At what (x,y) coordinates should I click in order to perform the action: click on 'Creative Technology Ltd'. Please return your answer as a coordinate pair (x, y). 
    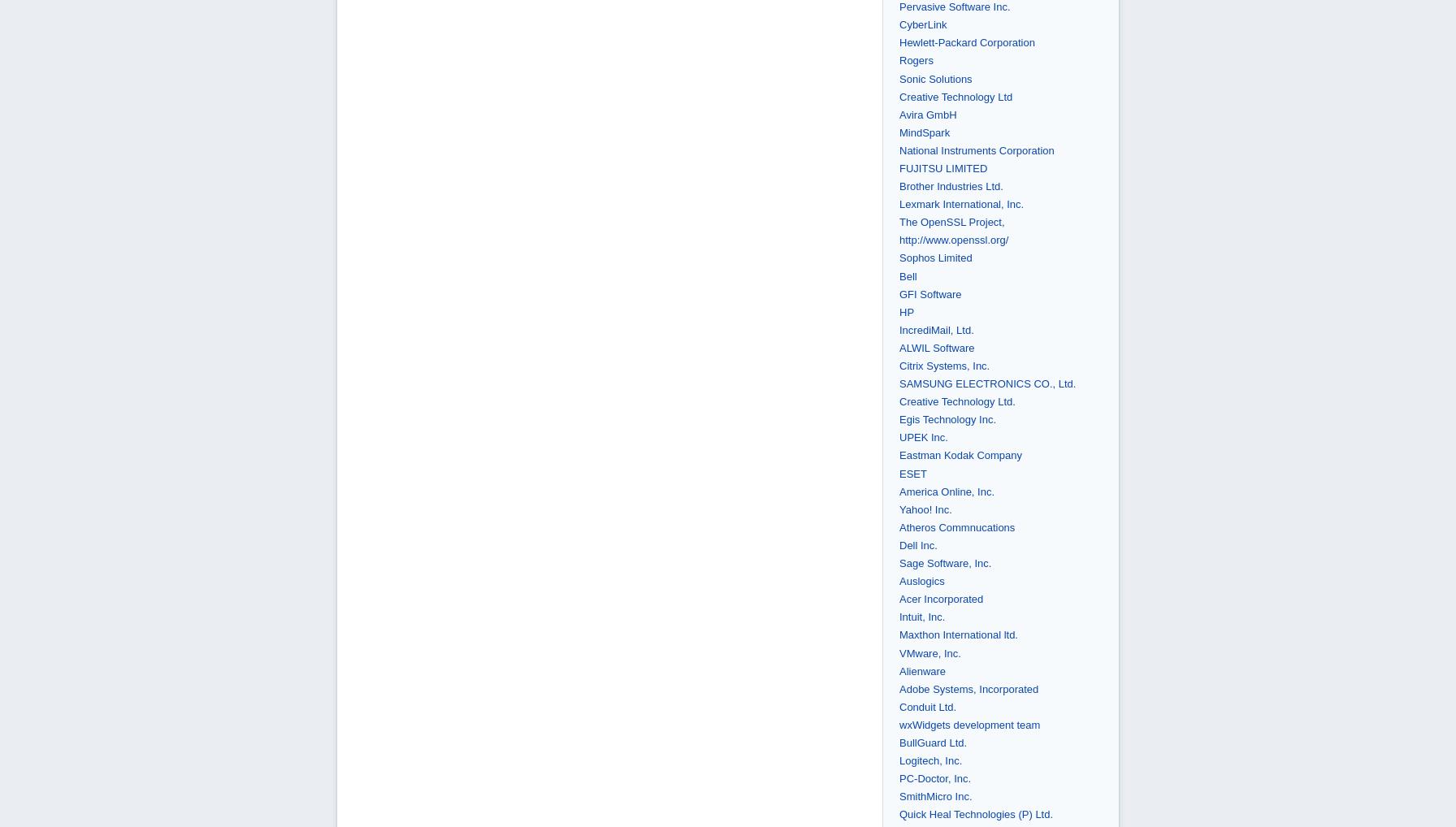
    Looking at the image, I should click on (955, 95).